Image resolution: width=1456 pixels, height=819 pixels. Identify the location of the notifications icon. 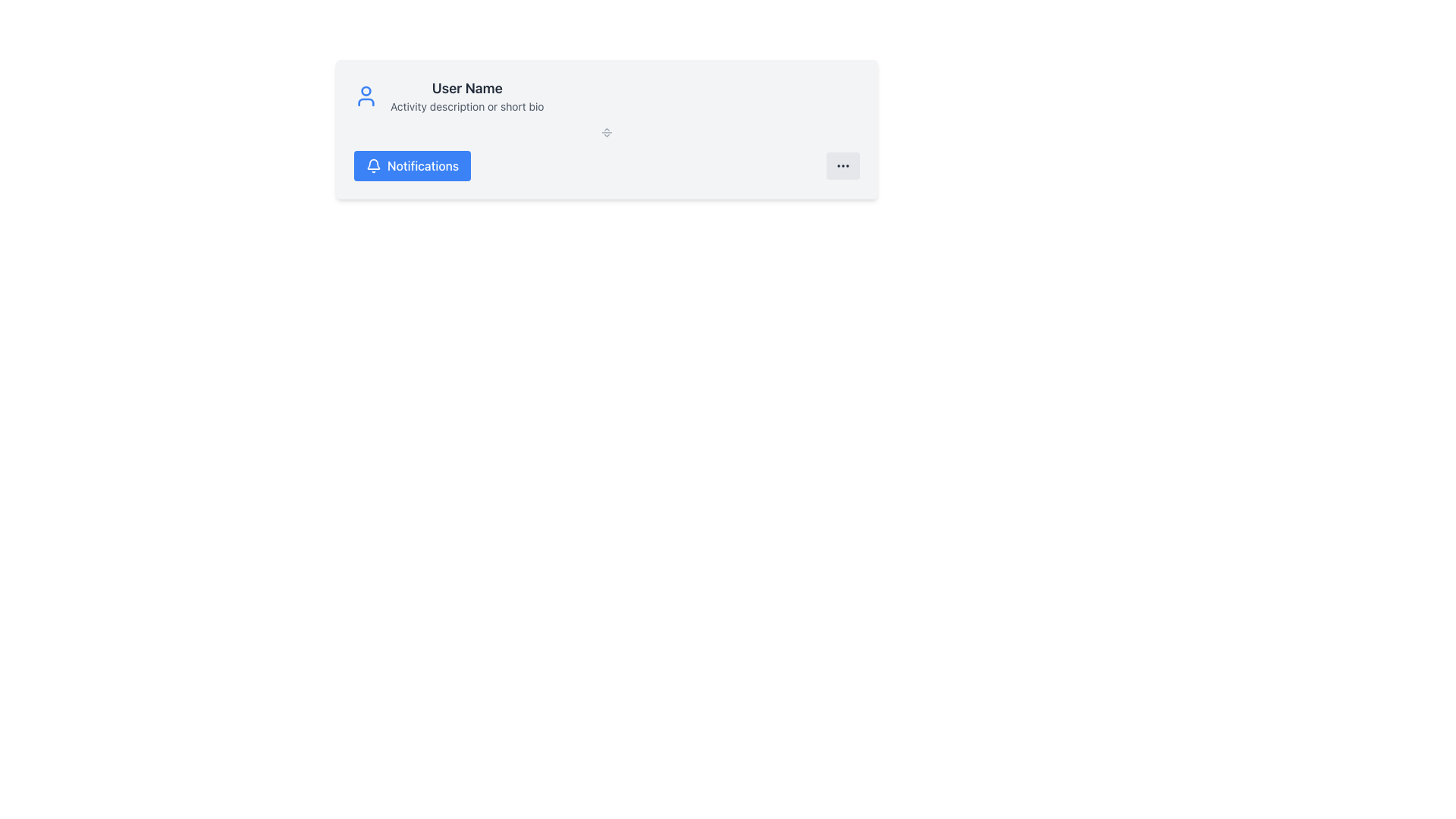
(374, 166).